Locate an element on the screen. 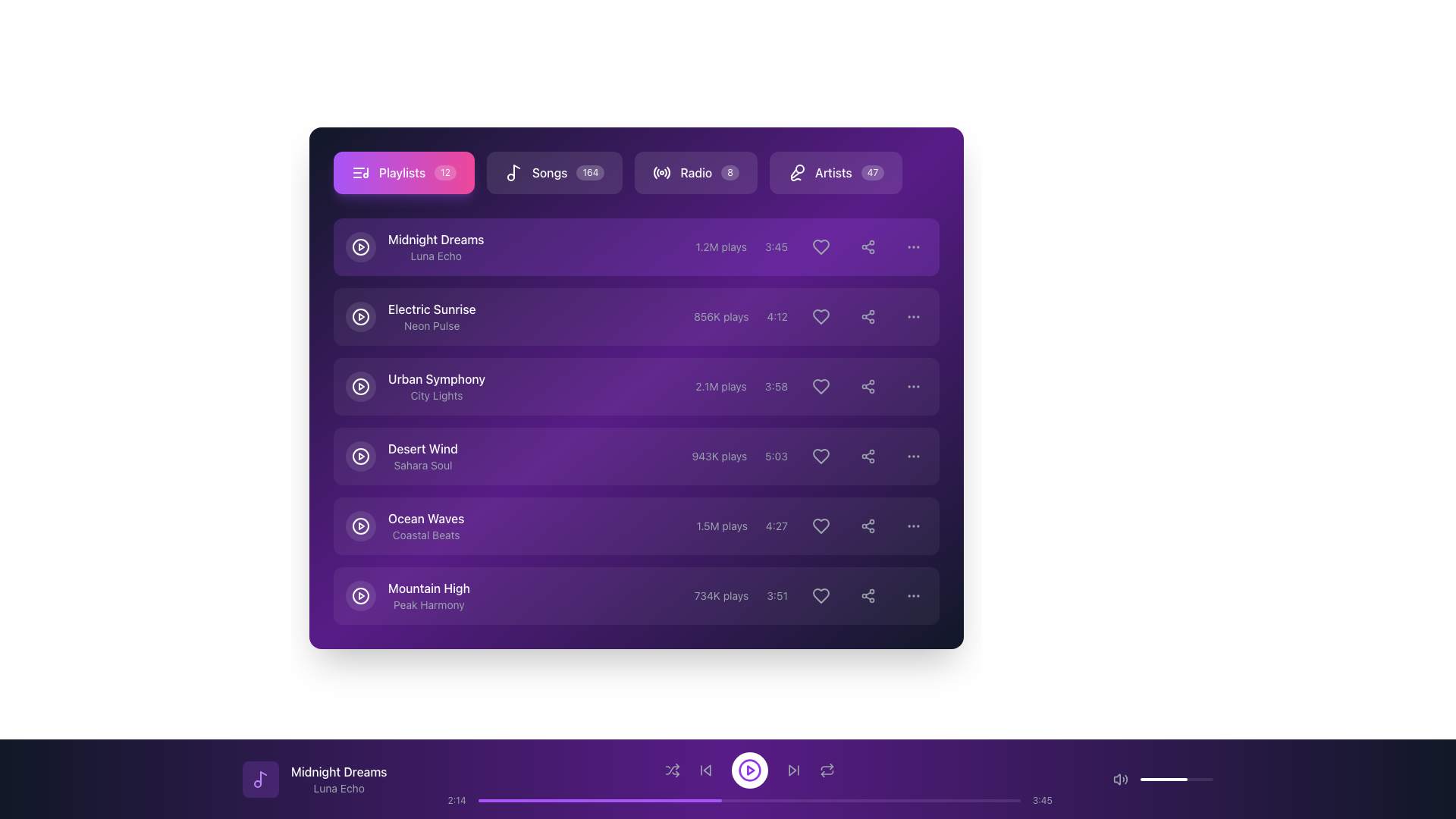  the descriptive title text element located above 'Coastal Beats' in the middle column of the playlist interface is located at coordinates (425, 517).